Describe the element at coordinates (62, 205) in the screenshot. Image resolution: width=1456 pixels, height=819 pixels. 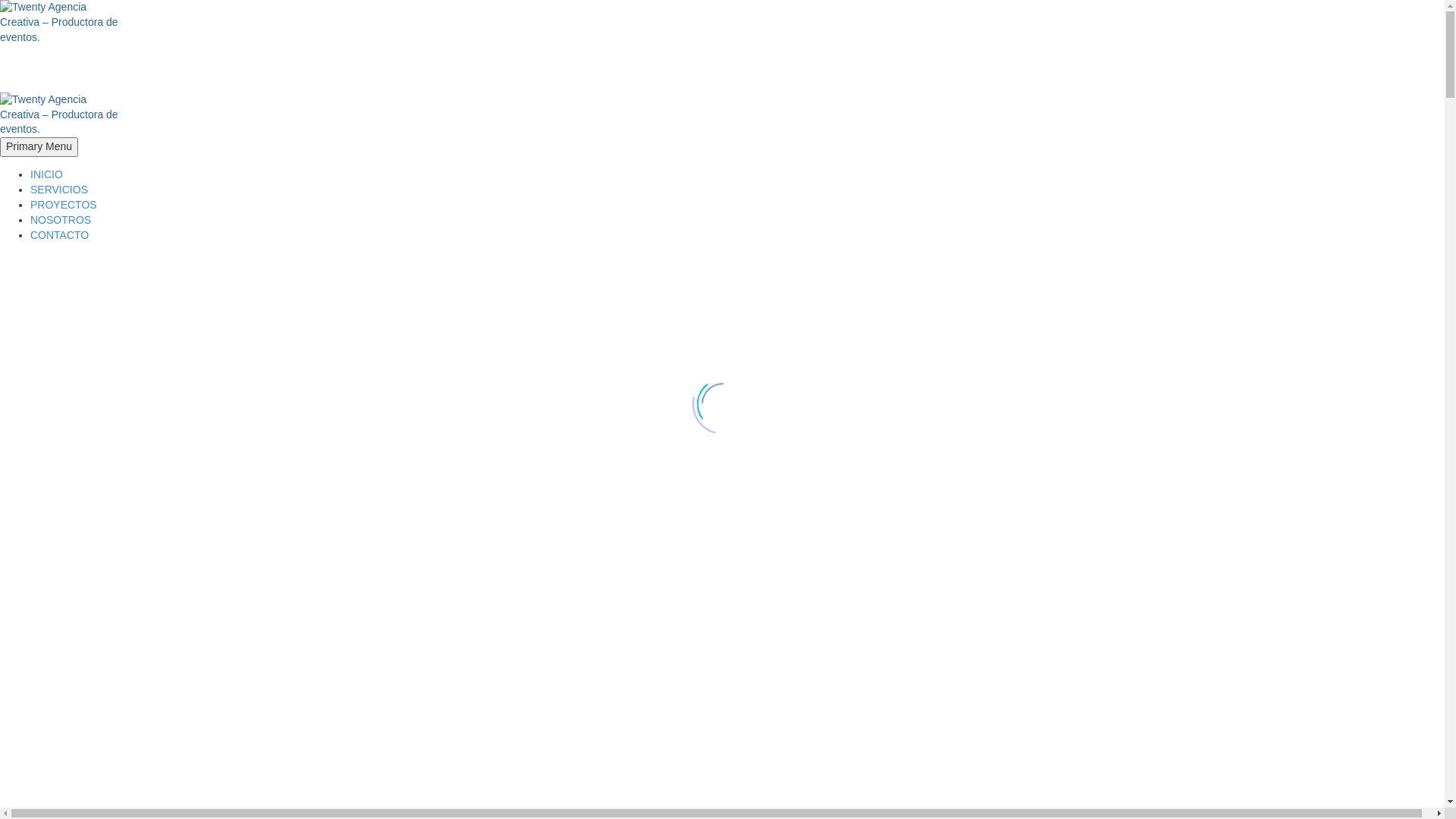
I see `'PROYECTOS'` at that location.